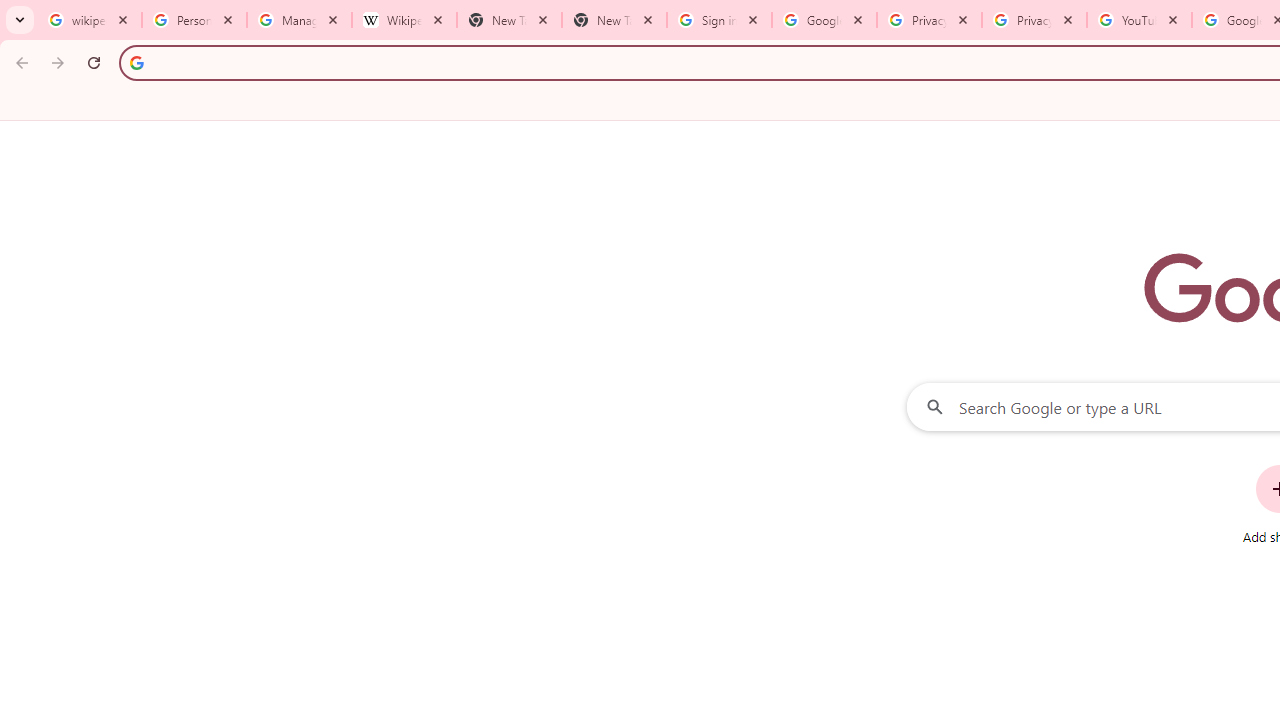 The width and height of the screenshot is (1280, 720). I want to click on 'Wikipedia:Edit requests - Wikipedia', so click(403, 20).